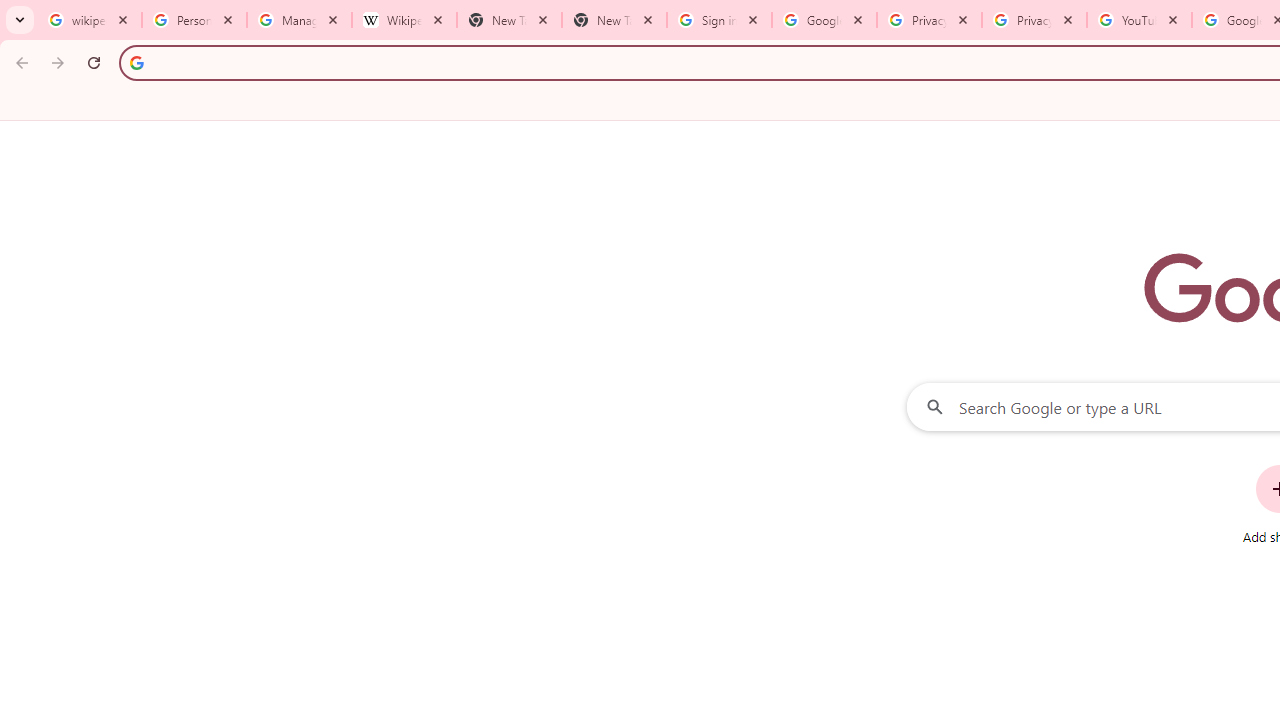 The width and height of the screenshot is (1280, 720). I want to click on 'Wikipedia:Edit requests - Wikipedia', so click(403, 20).